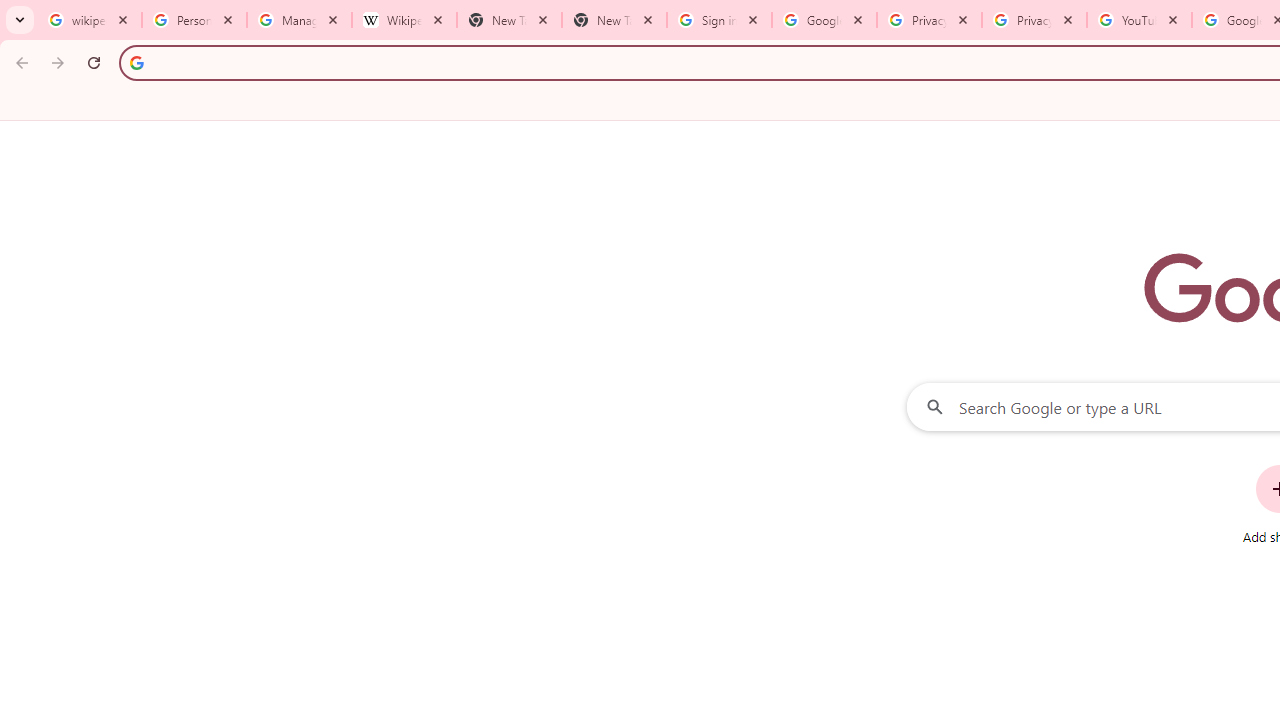 The width and height of the screenshot is (1280, 720). I want to click on 'Wikipedia:Edit requests - Wikipedia', so click(403, 20).